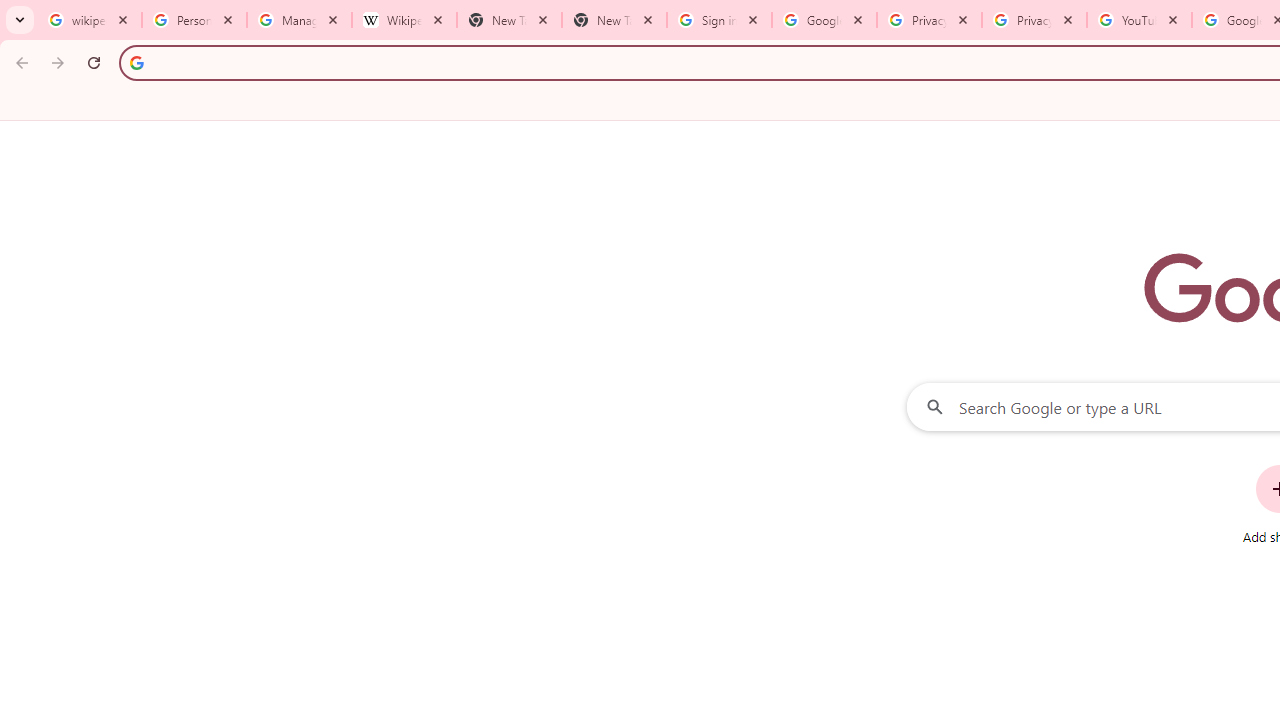 The width and height of the screenshot is (1280, 720). I want to click on 'Wikipedia:Edit requests - Wikipedia', so click(403, 20).